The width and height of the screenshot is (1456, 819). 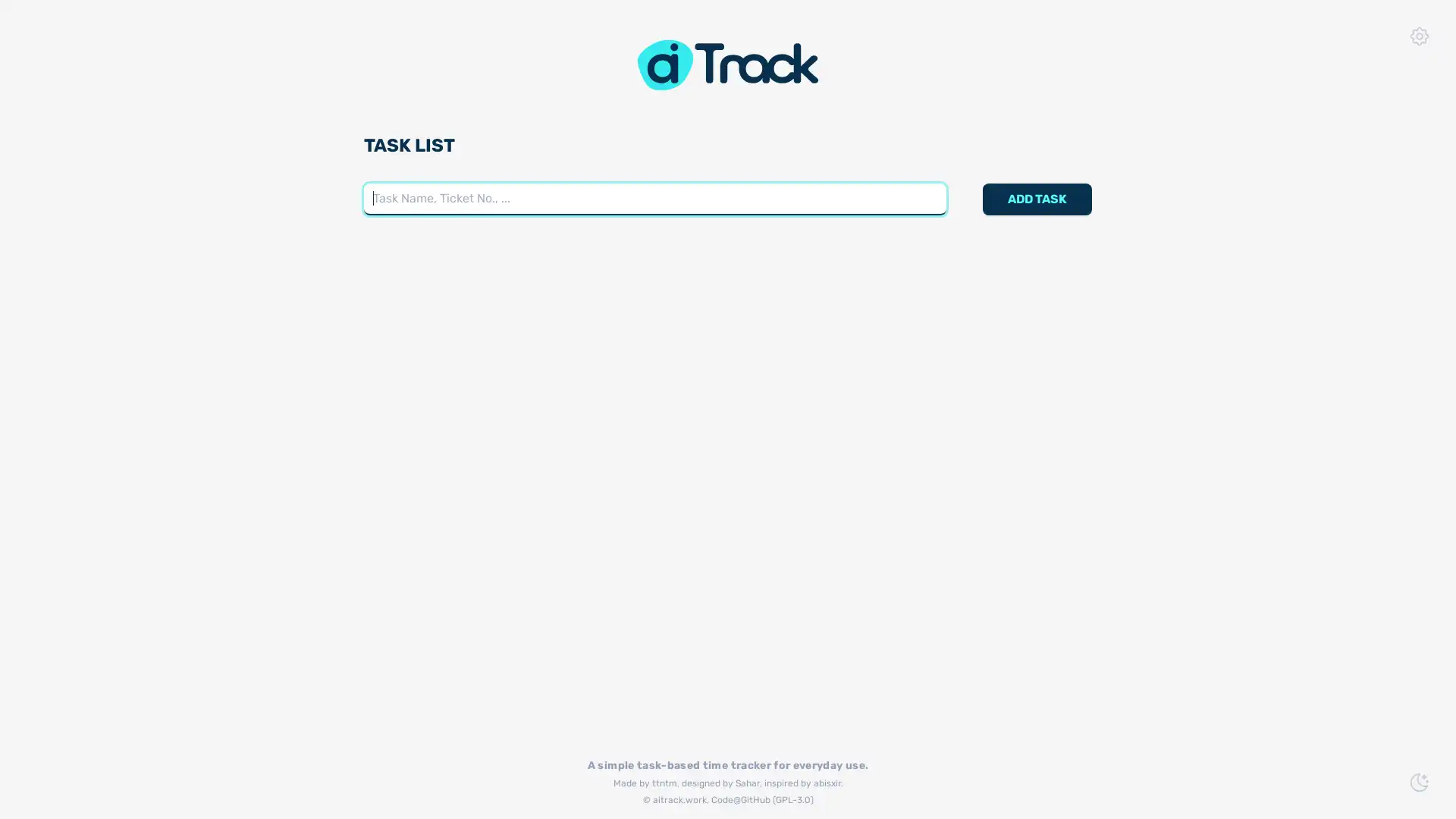 I want to click on Switch to Dark Mode, so click(x=1419, y=783).